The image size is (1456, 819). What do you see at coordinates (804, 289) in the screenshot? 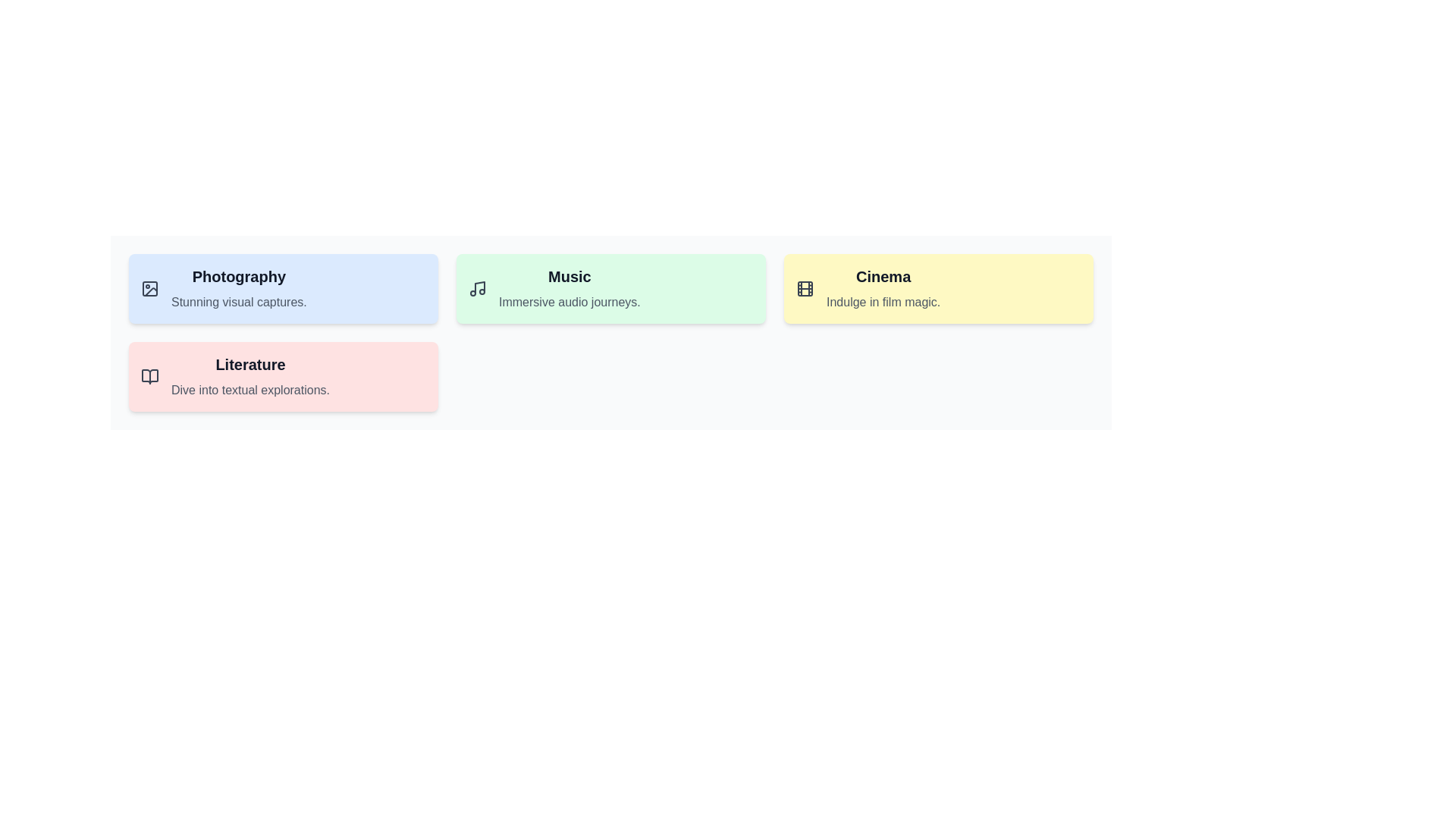
I see `the central rectangle of the film reel icon representing the 'Cinema' section, which visually symbolizes film and movies` at bounding box center [804, 289].